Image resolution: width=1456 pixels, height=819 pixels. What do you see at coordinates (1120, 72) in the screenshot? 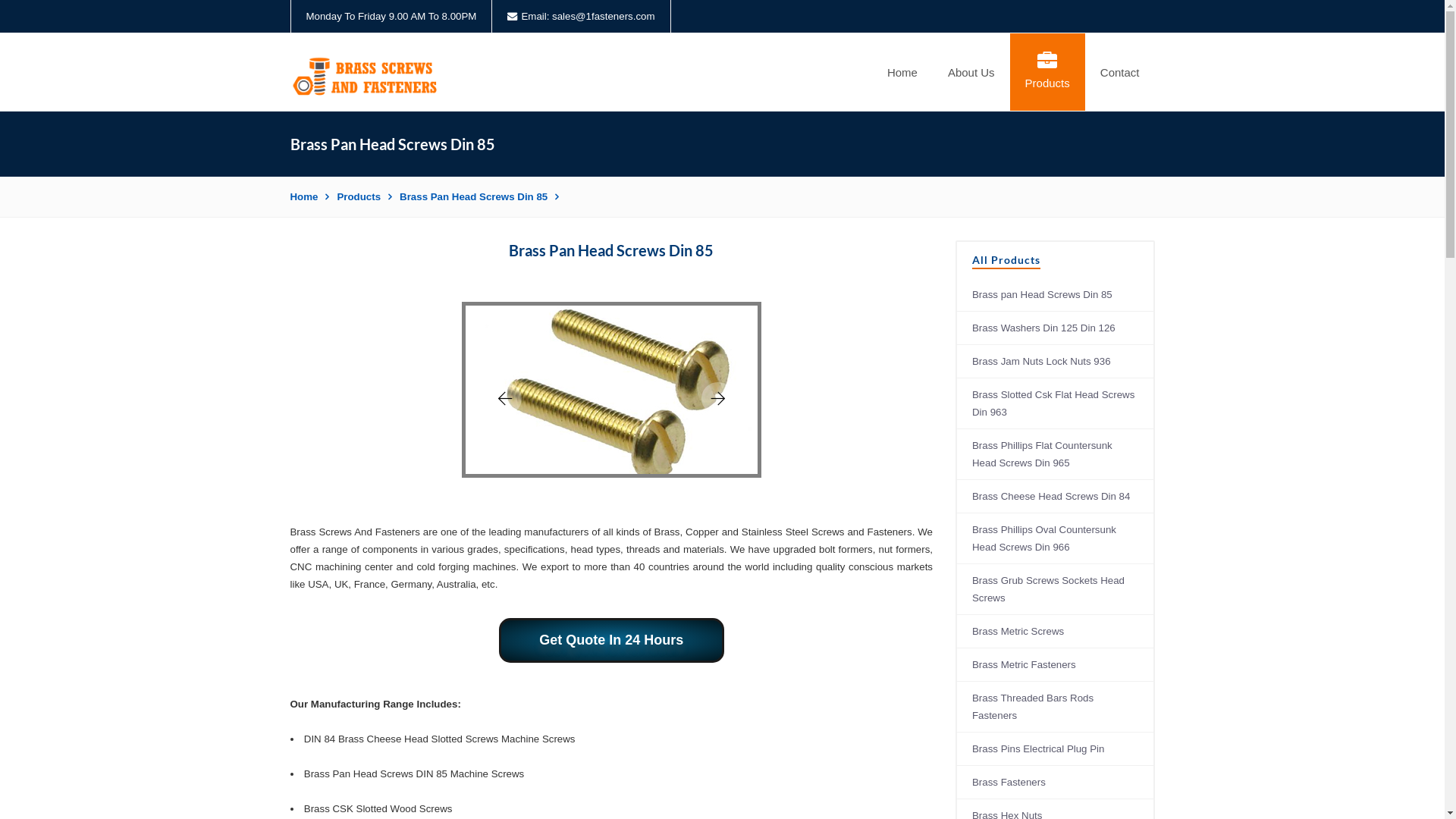
I see `'Contact'` at bounding box center [1120, 72].